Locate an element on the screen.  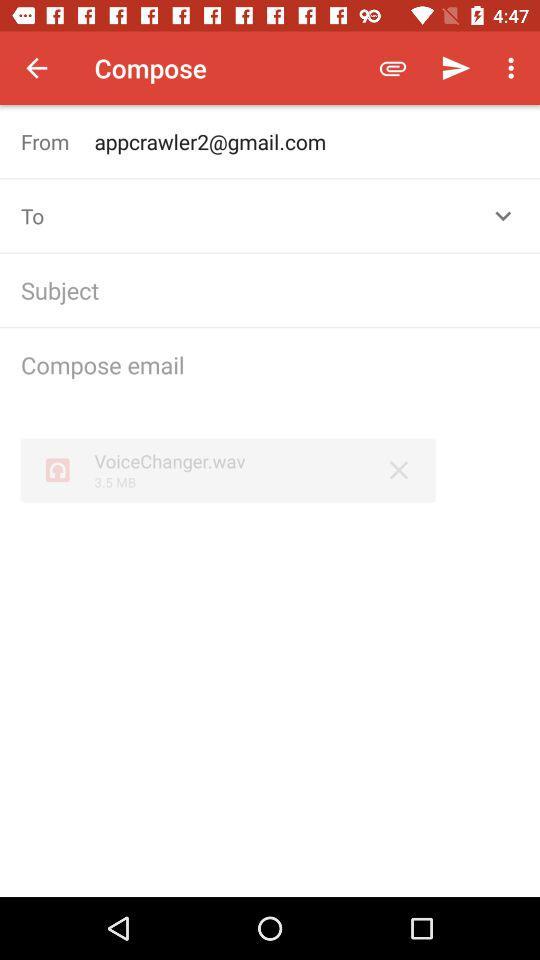
the icon to the right of the voicechanger.wav icon is located at coordinates (399, 470).